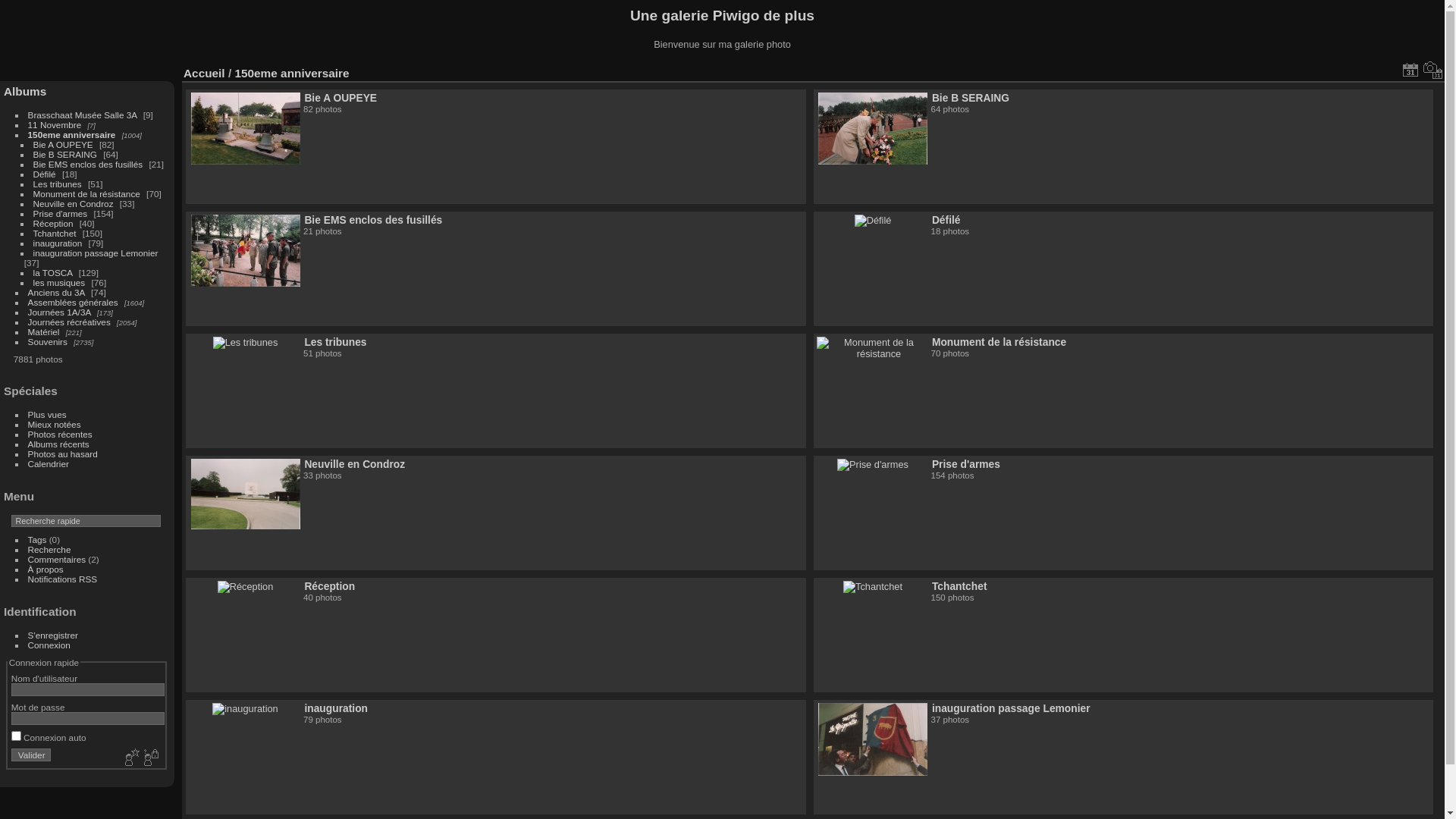 Image resolution: width=1456 pixels, height=819 pixels. What do you see at coordinates (33, 242) in the screenshot?
I see `'inauguration'` at bounding box center [33, 242].